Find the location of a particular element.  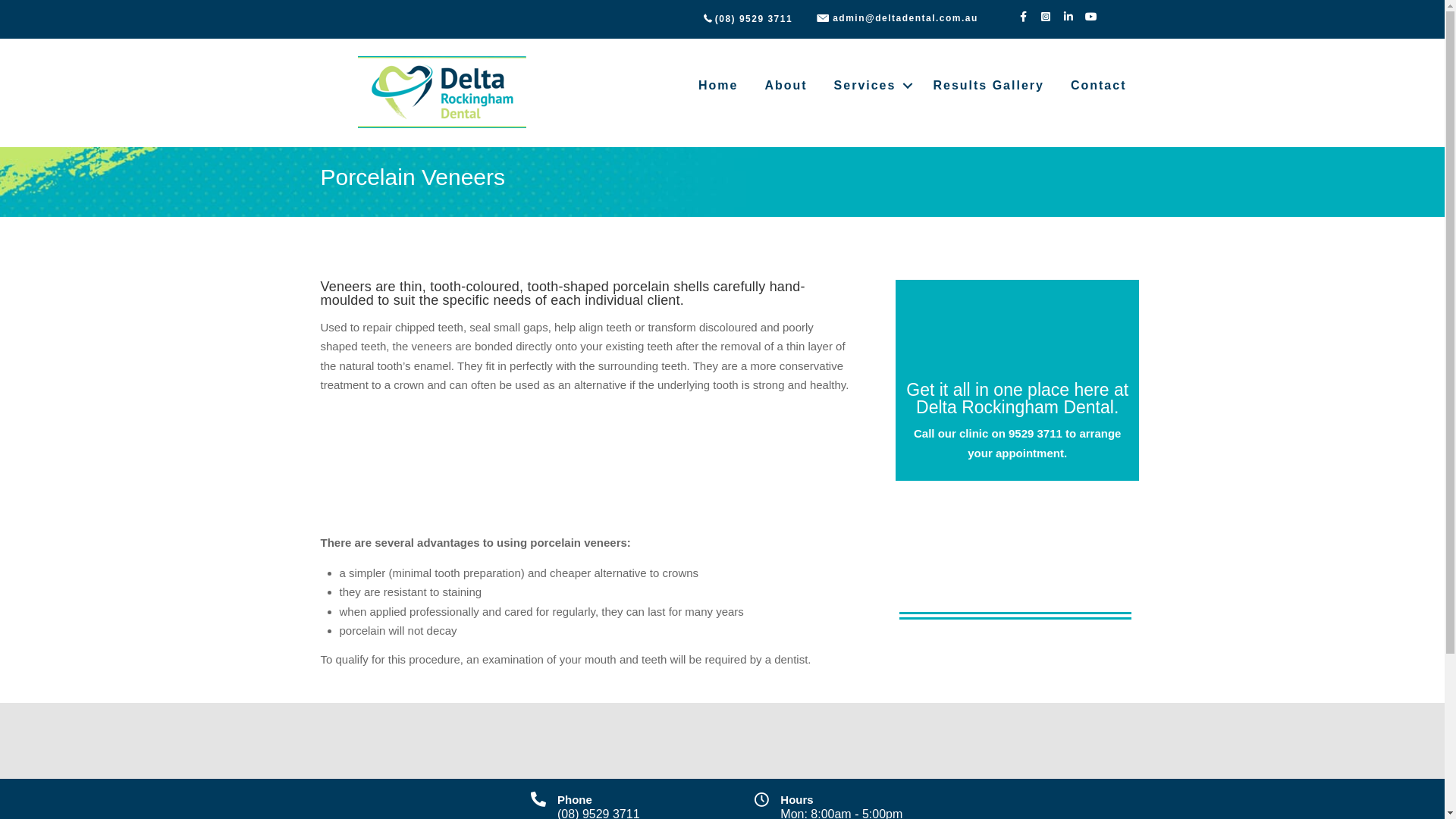

'admin@deltadental.com.au' is located at coordinates (905, 17).